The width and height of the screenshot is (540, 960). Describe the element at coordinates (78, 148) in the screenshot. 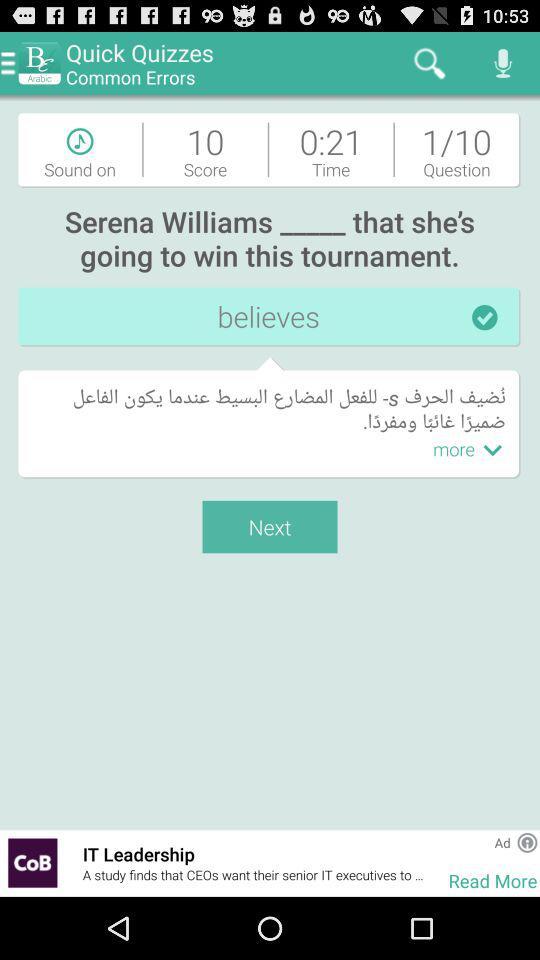

I see `sound on` at that location.